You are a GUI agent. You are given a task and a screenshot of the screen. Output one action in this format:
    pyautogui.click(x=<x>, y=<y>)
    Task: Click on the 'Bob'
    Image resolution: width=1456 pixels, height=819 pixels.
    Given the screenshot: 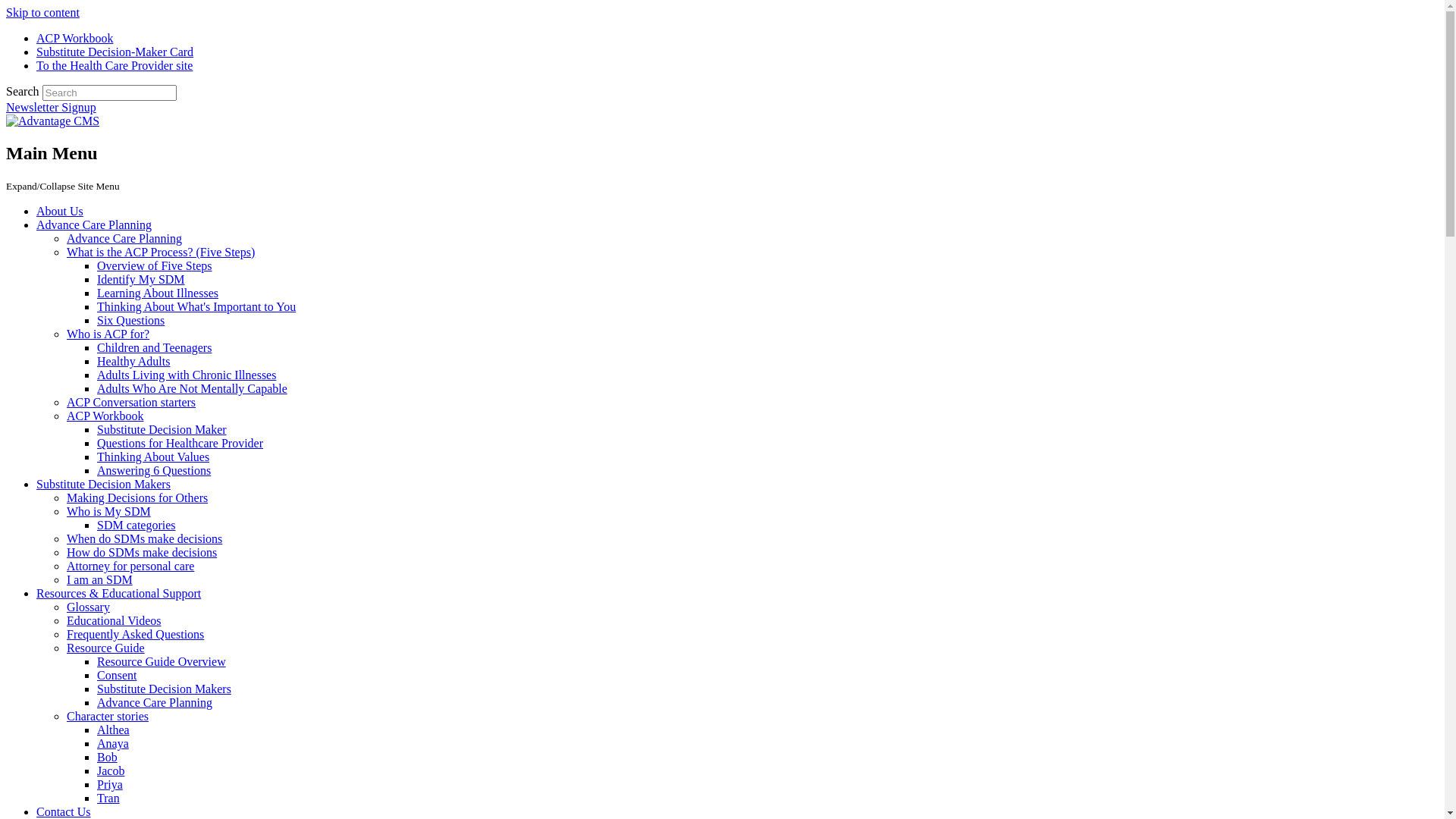 What is the action you would take?
    pyautogui.click(x=96, y=757)
    